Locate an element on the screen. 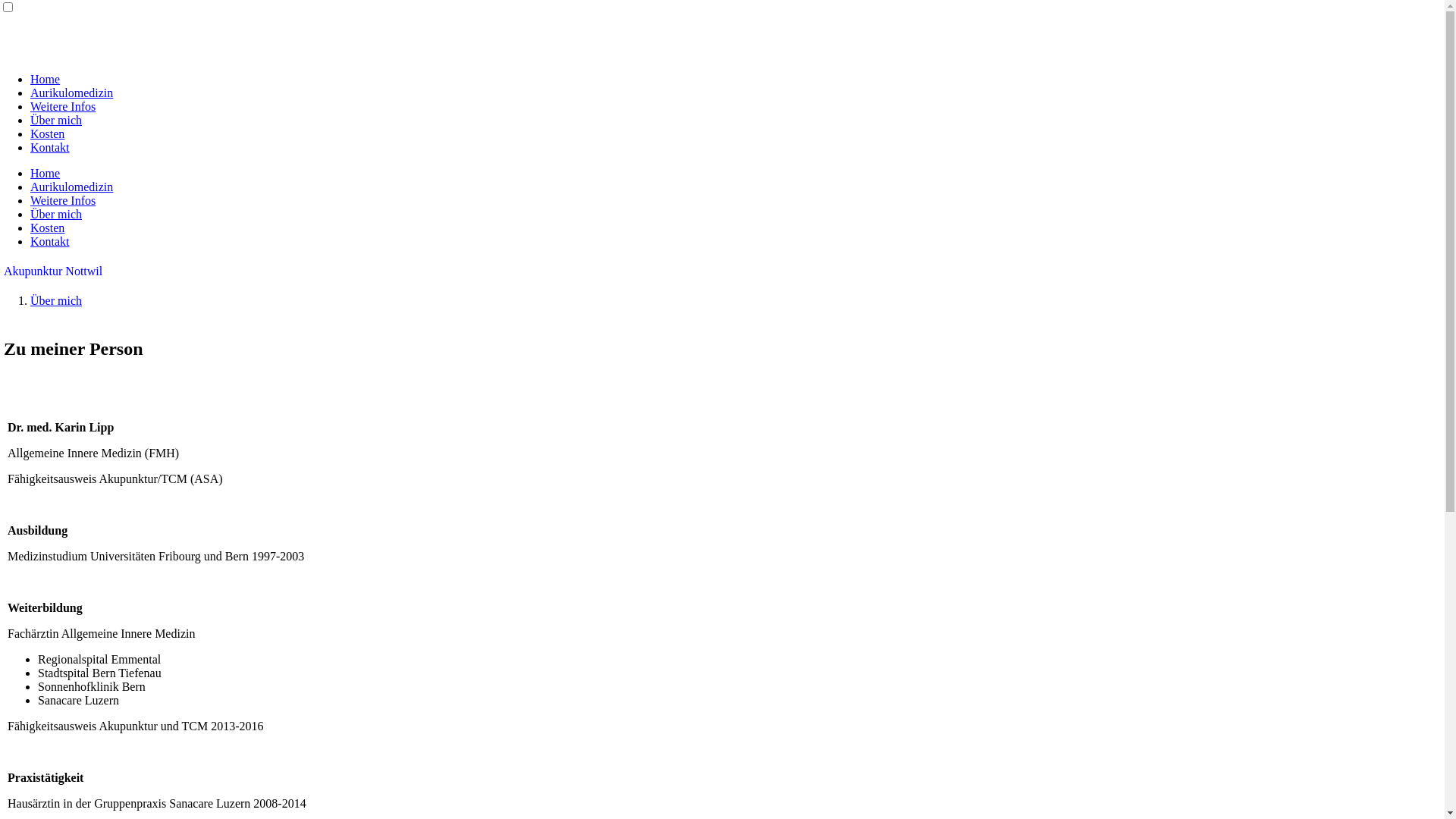  'Home' is located at coordinates (45, 79).